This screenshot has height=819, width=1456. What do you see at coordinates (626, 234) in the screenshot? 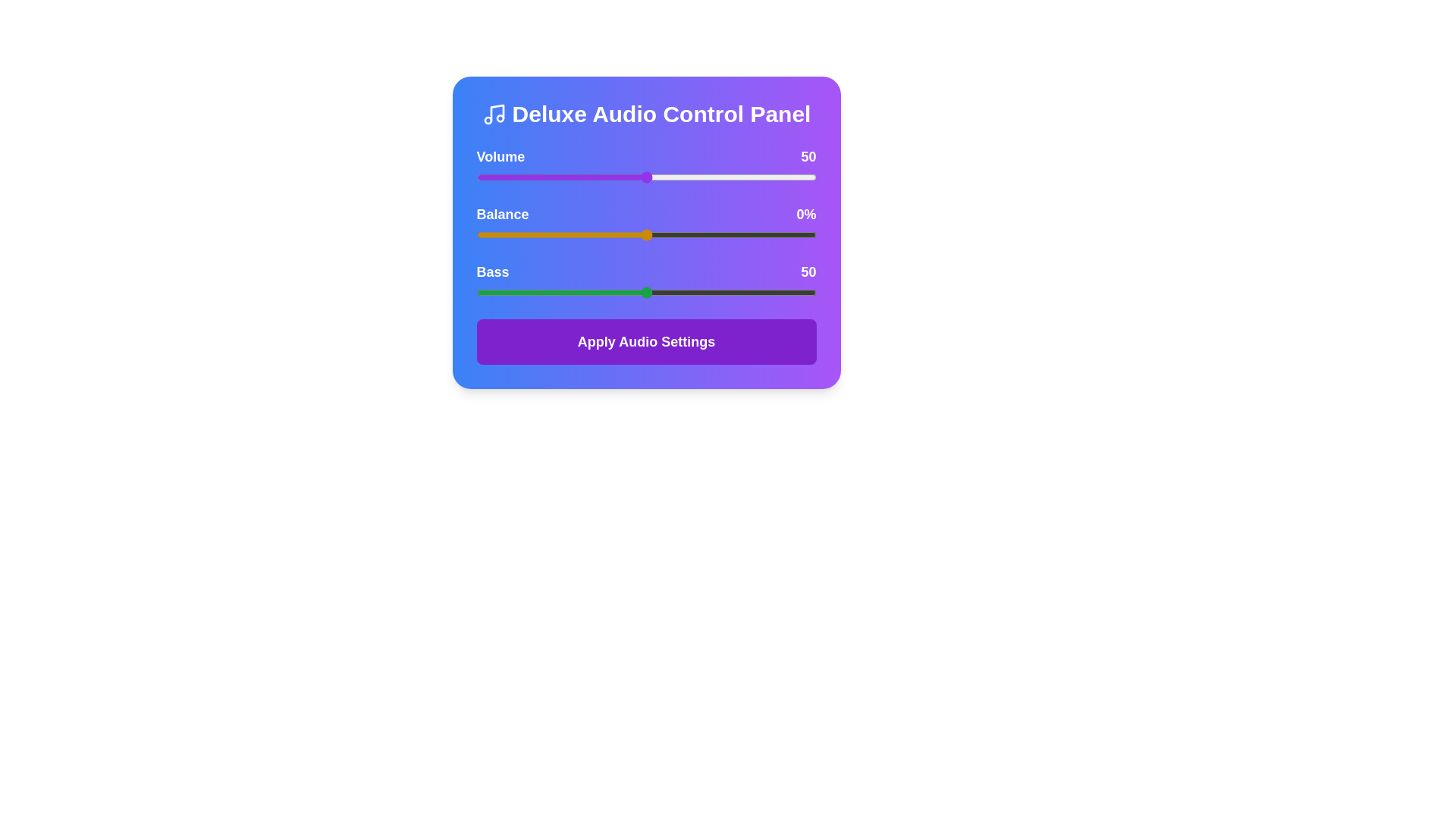
I see `the balance slider` at bounding box center [626, 234].